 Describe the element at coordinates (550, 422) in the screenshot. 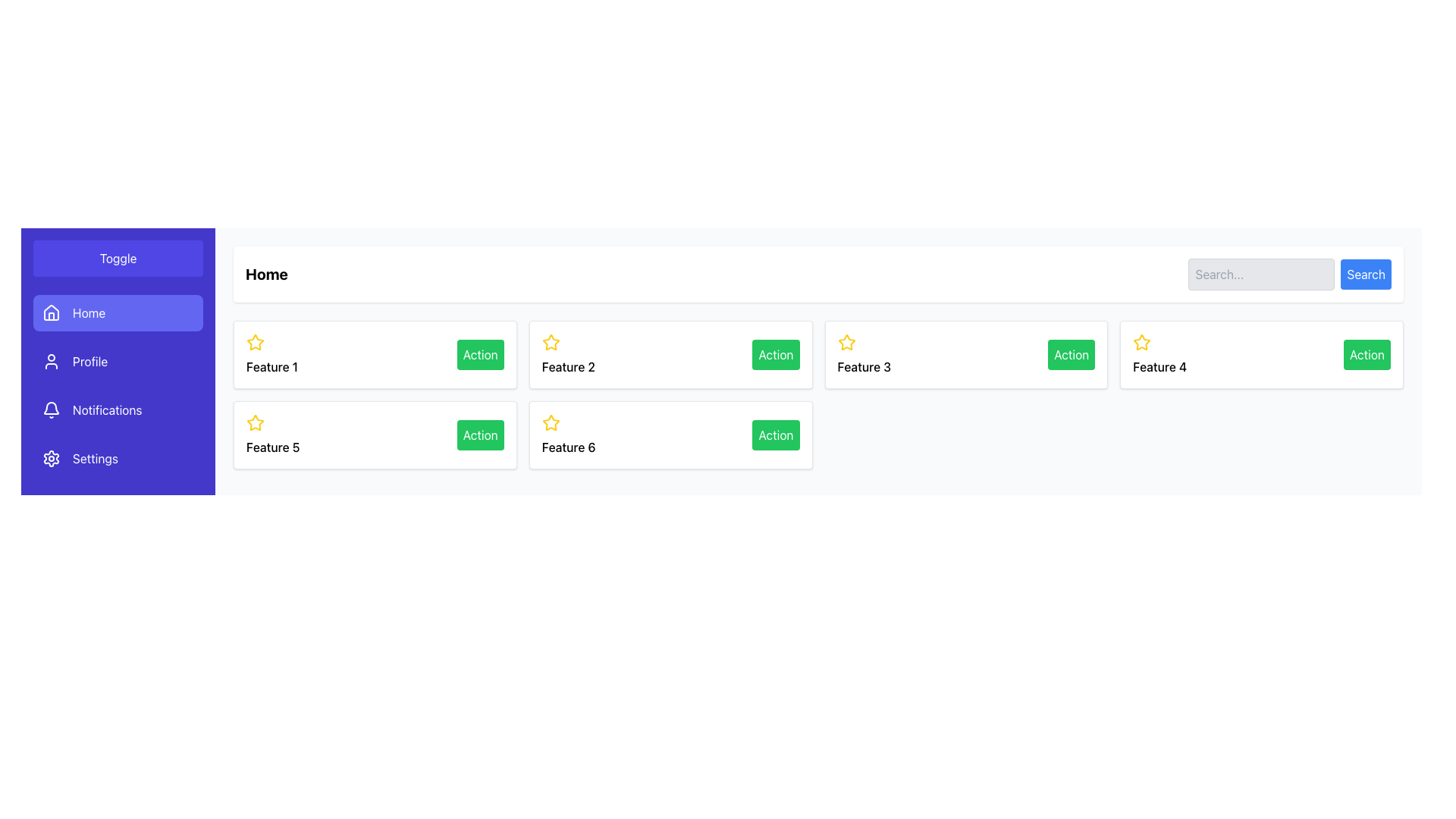

I see `the star icon in the bottom row of the grid layout, located in the second column from the left` at that location.